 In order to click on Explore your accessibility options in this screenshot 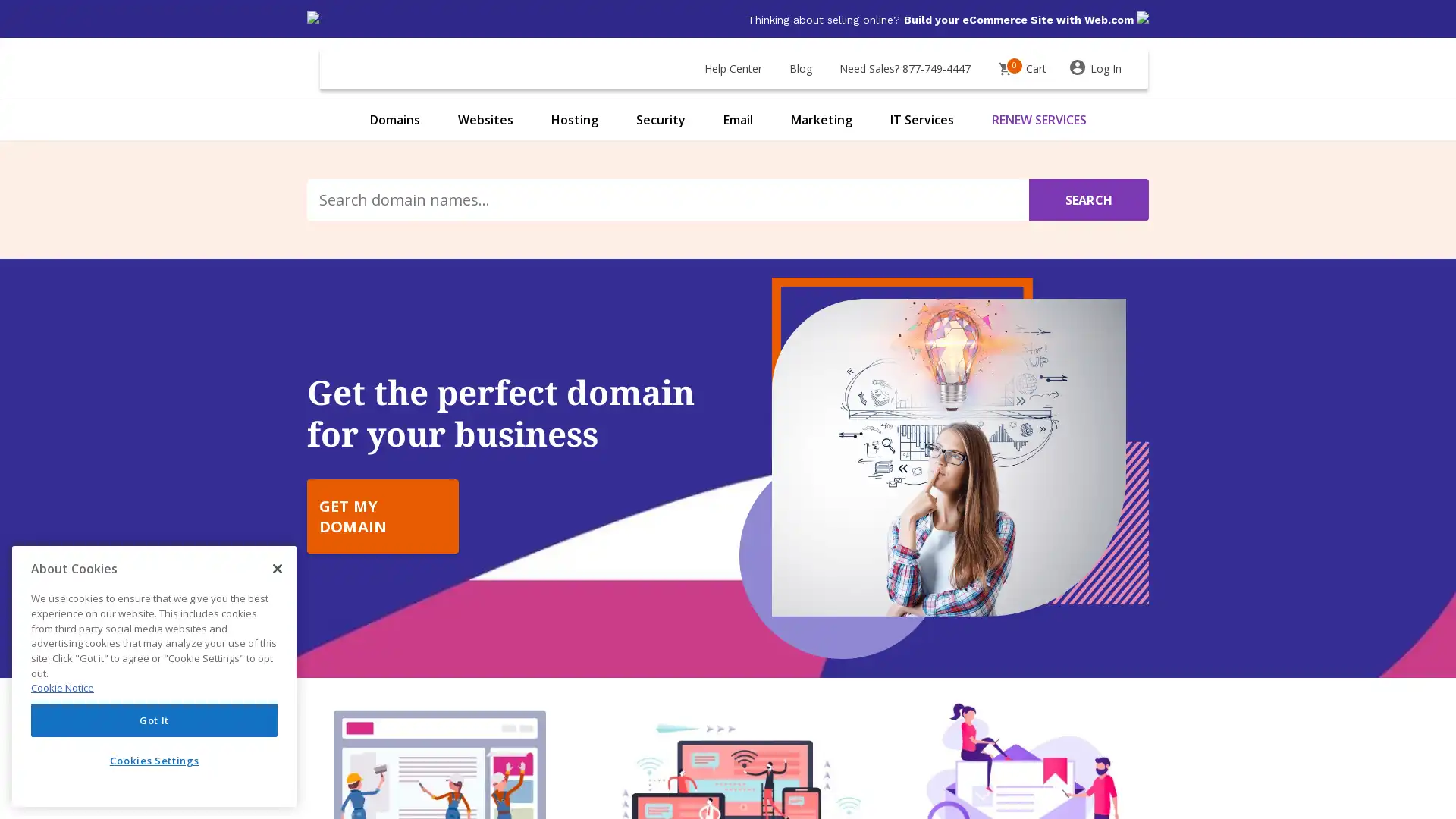, I will do `click(24, 742)`.